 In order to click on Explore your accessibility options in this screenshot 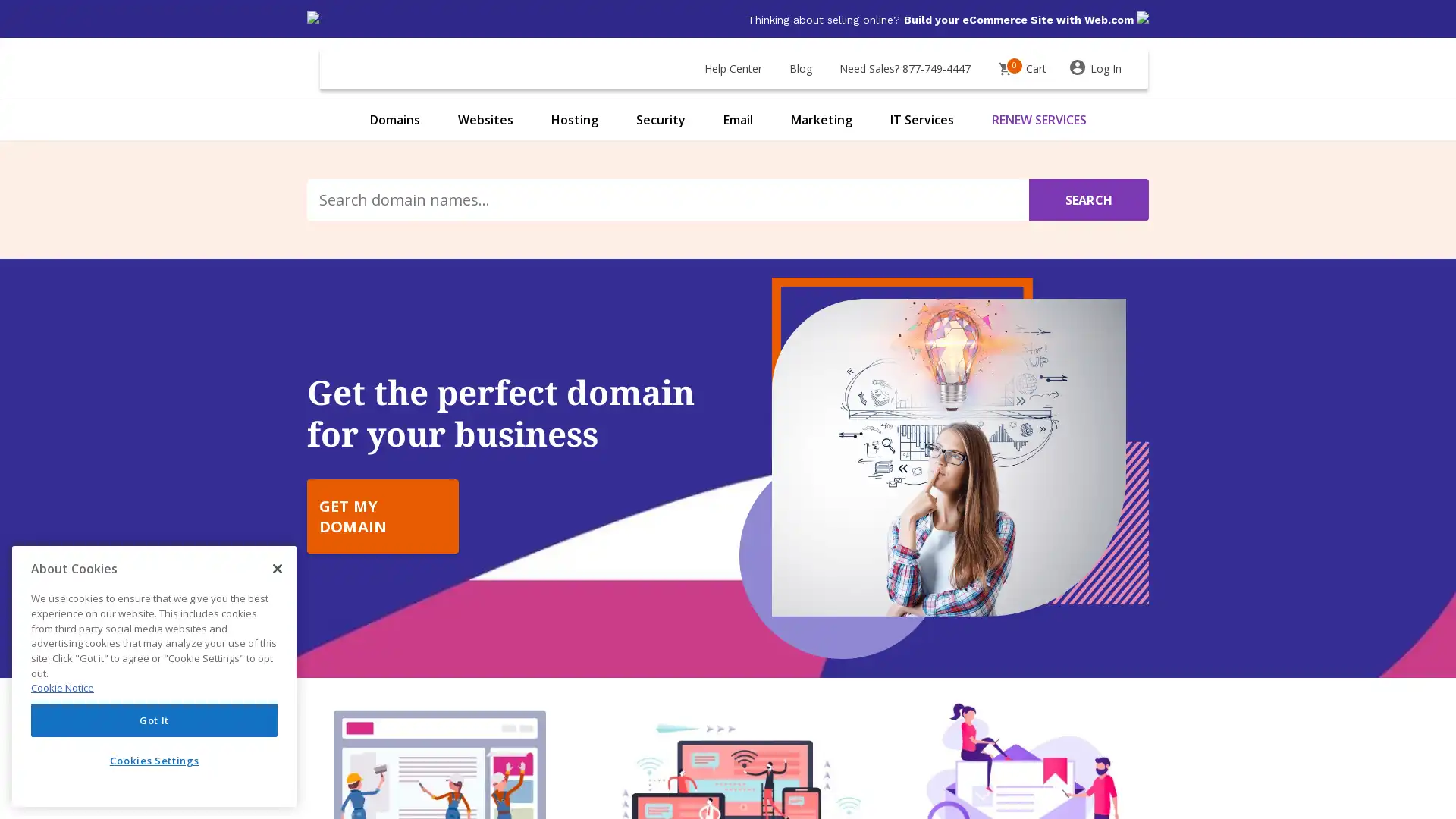, I will do `click(24, 742)`.